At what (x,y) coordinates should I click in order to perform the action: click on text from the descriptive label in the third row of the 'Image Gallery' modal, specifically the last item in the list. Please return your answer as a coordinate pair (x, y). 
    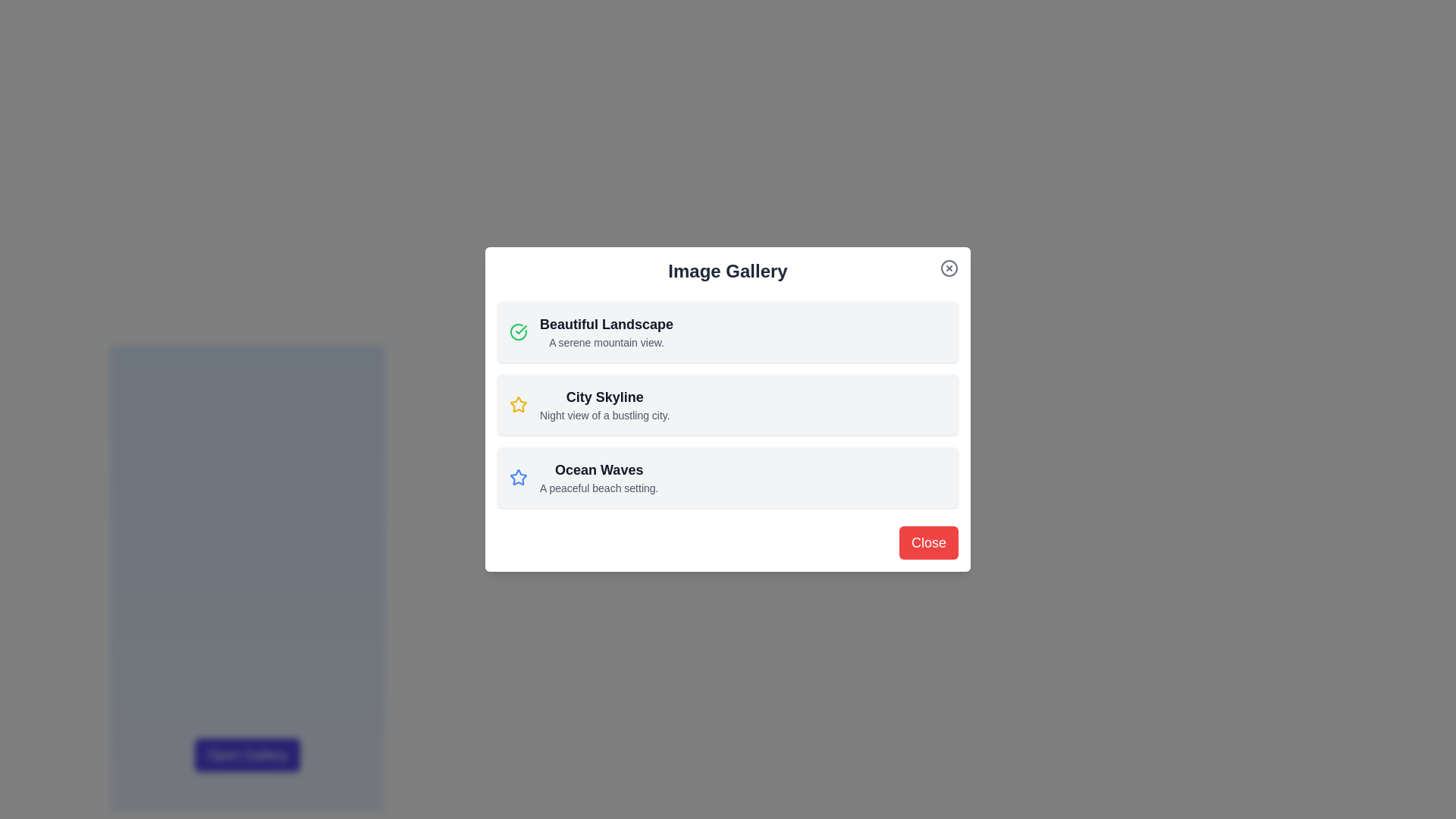
    Looking at the image, I should click on (598, 476).